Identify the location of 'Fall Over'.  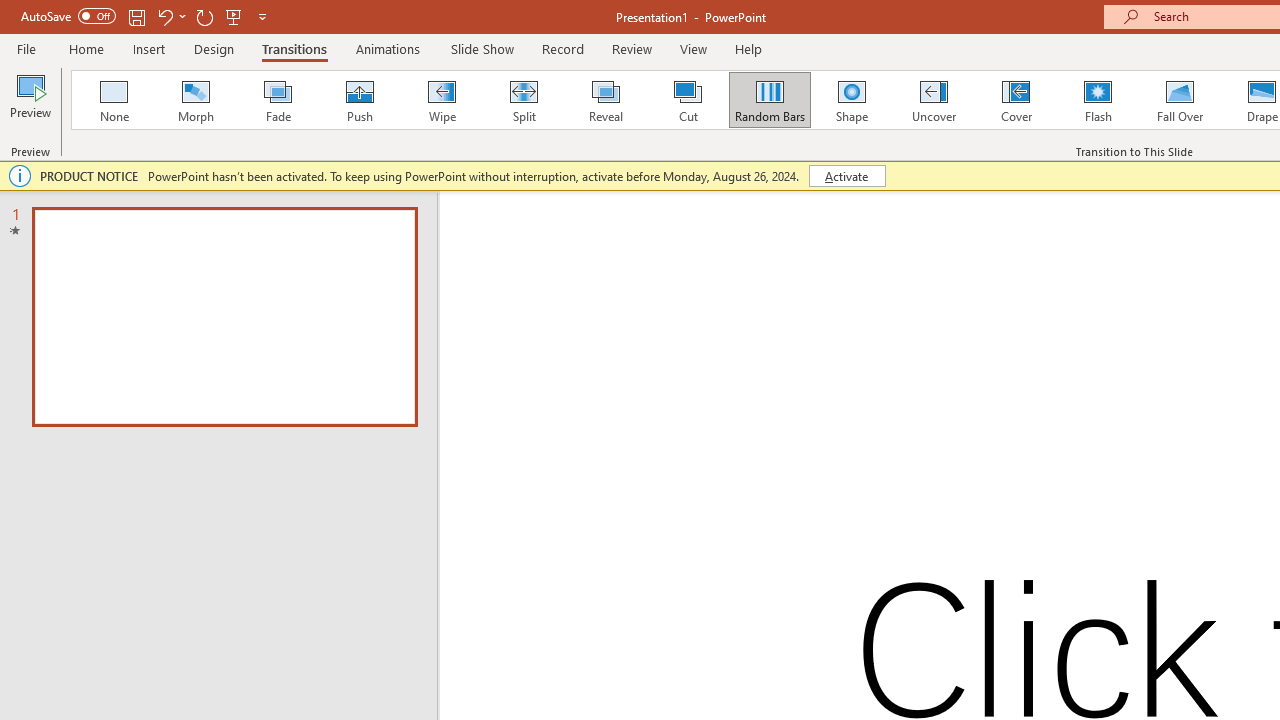
(1180, 100).